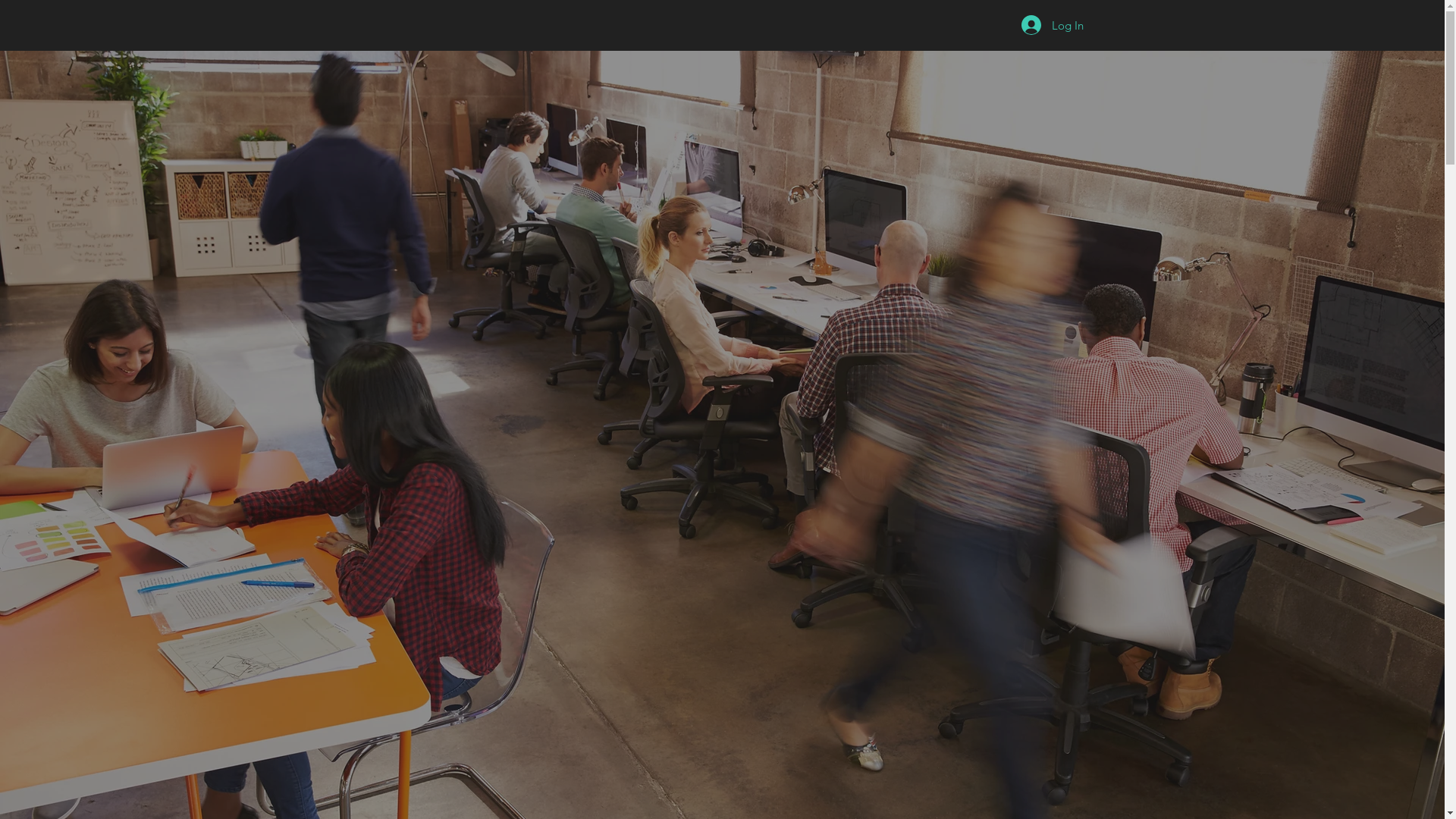 The image size is (1456, 819). What do you see at coordinates (1009, 25) in the screenshot?
I see `'Log In'` at bounding box center [1009, 25].